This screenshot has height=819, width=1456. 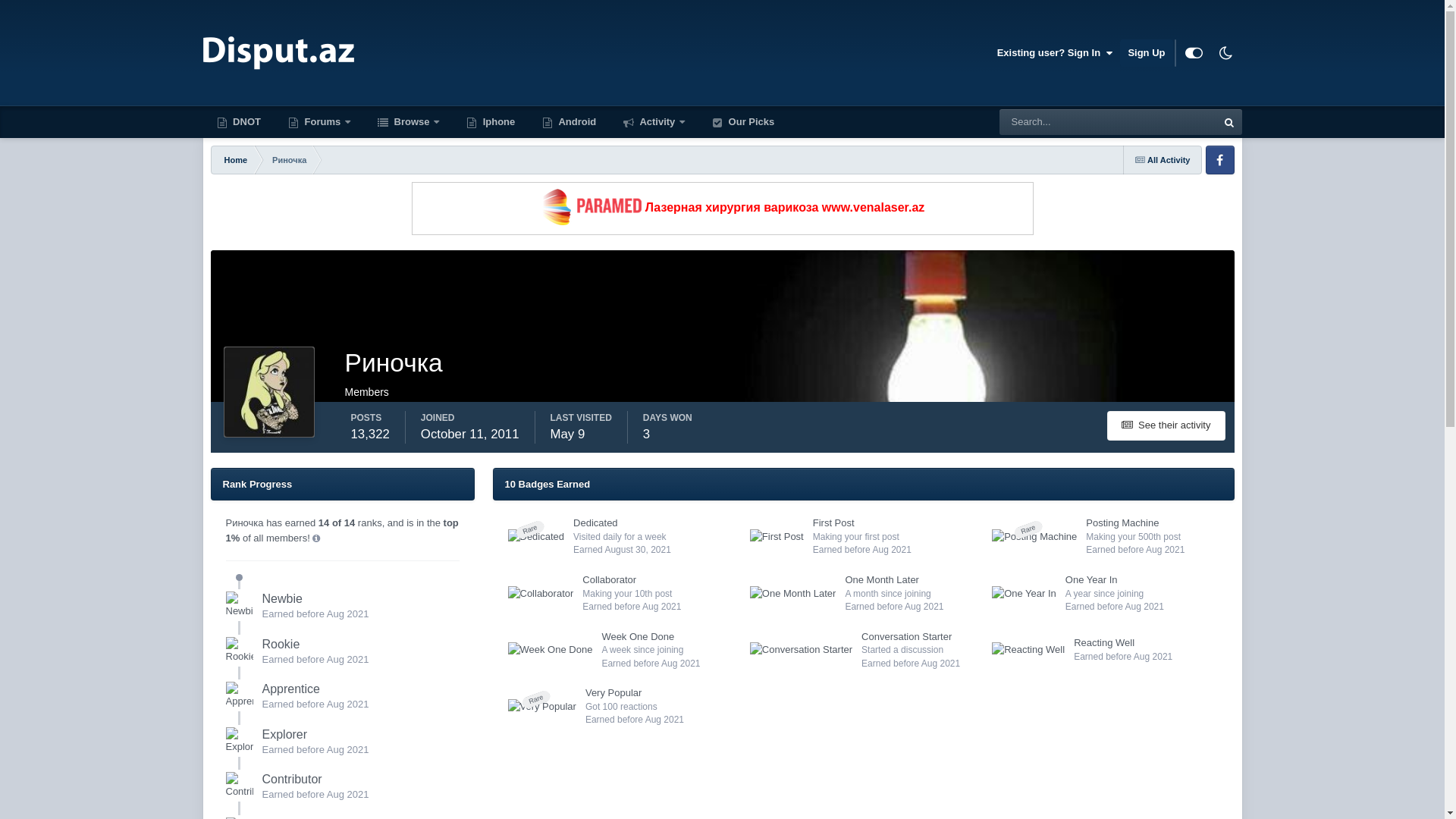 I want to click on 'Customizer', so click(x=1192, y=52).